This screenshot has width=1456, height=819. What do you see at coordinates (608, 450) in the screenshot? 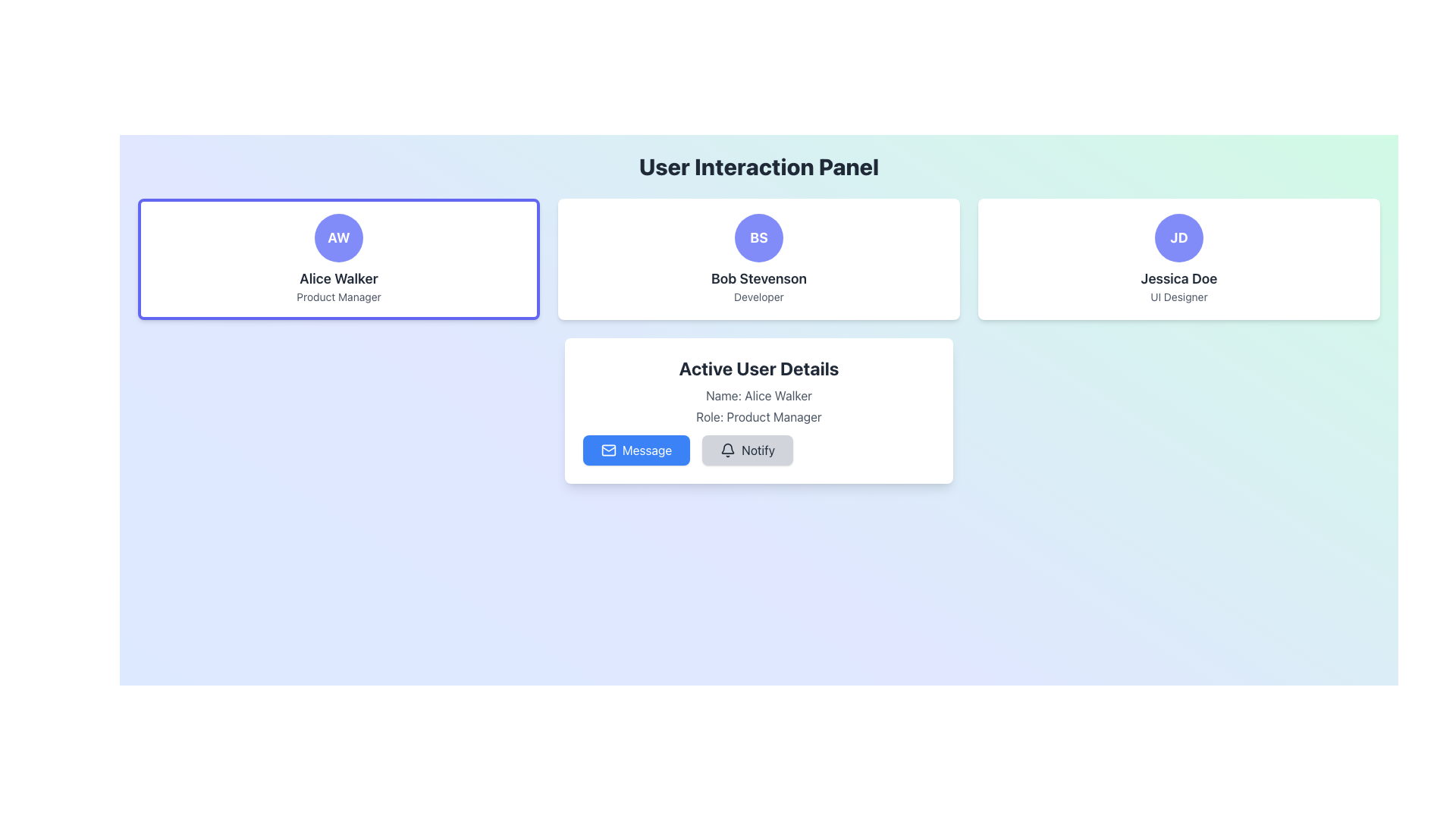
I see `the blue button containing the SVG Rectangle that represents the envelope icon for messaging functionality in the 'Active User Details' panel` at bounding box center [608, 450].